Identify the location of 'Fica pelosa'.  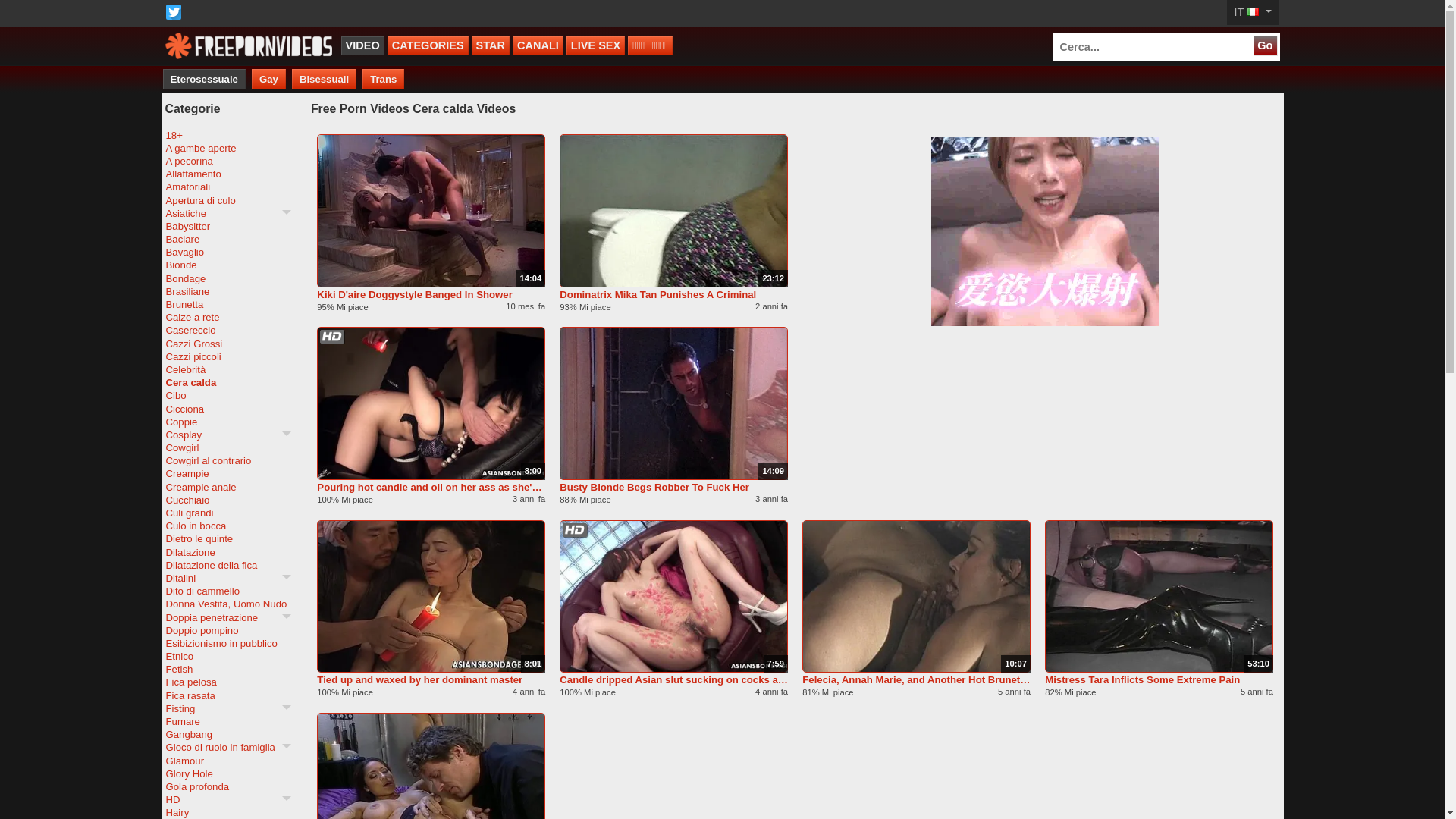
(227, 681).